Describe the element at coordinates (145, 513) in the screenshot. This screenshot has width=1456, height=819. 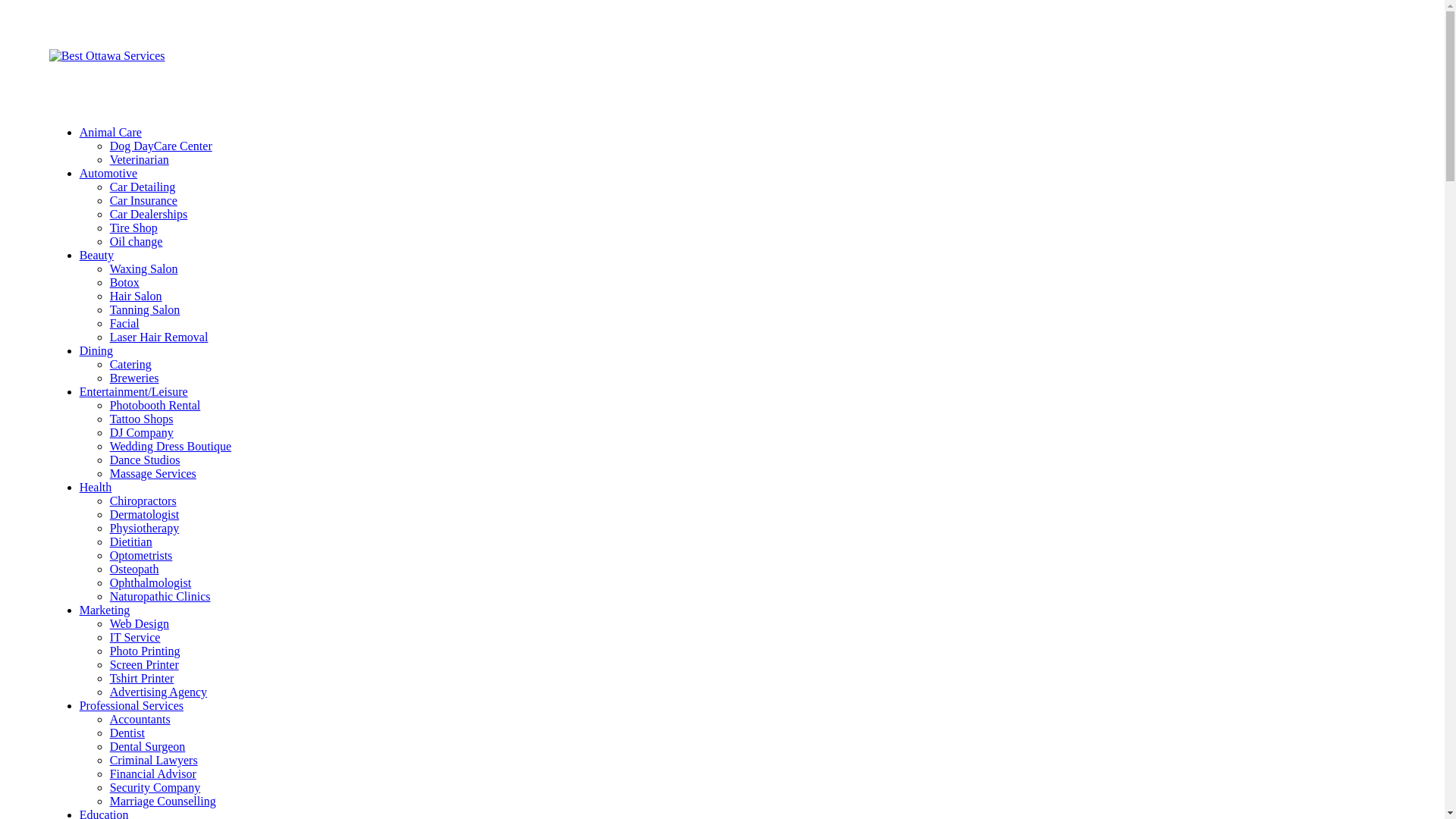
I see `'Dermatologist'` at that location.